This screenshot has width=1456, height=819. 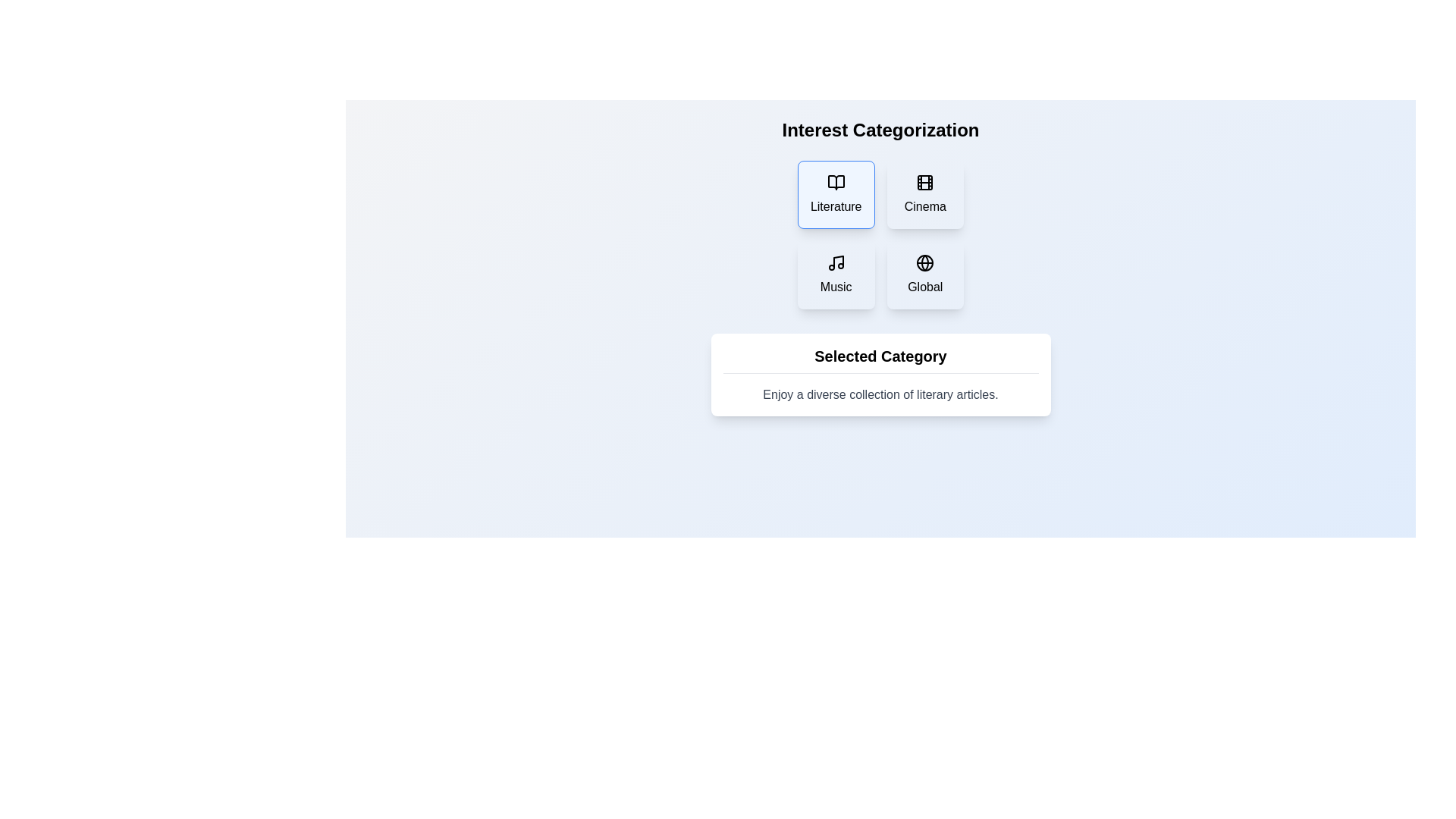 I want to click on the Text Label indicating 'Interest Categorization', which serves as the header for the section functionalities, so click(x=880, y=130).